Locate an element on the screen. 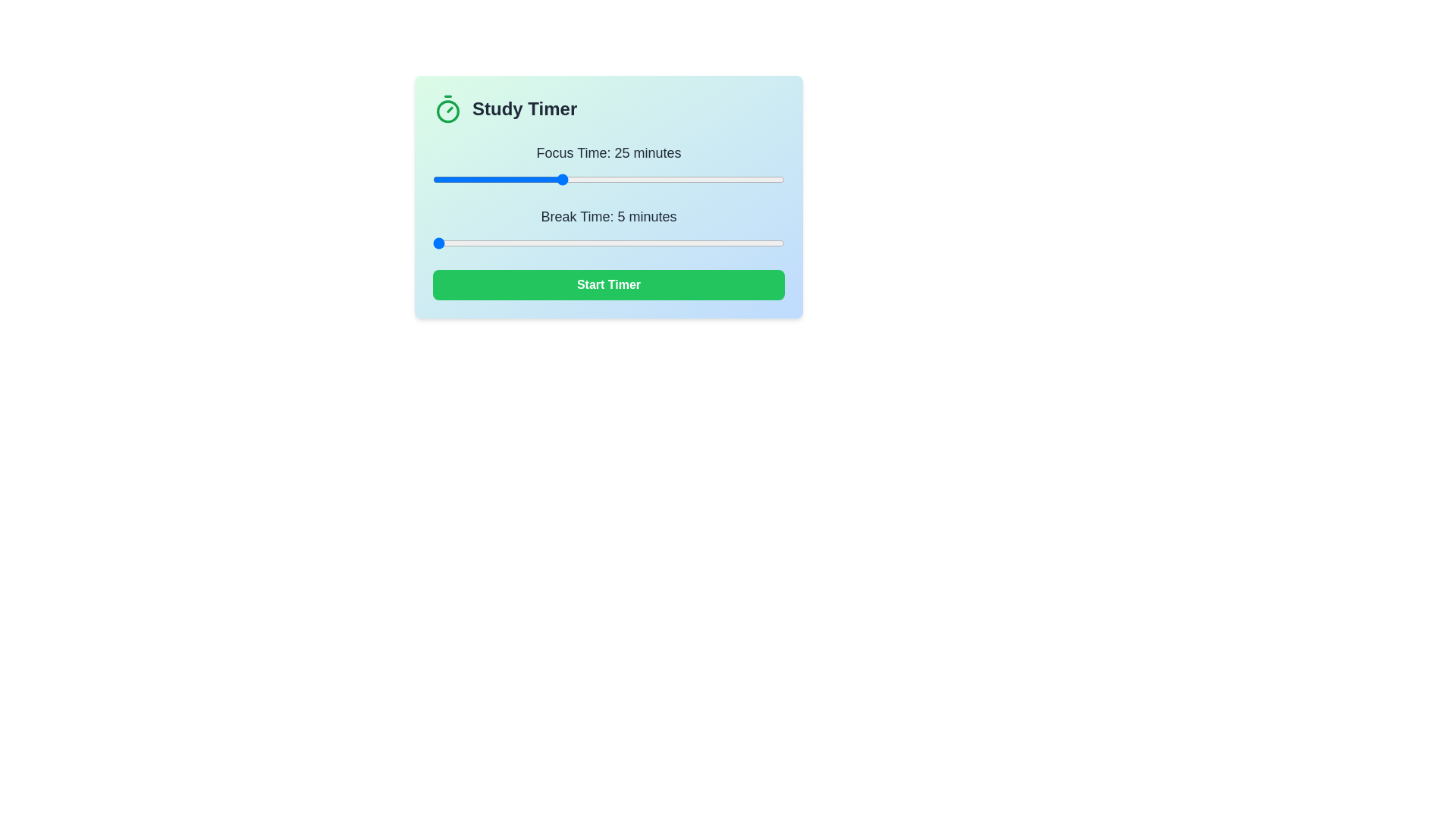  the focus time slider to set the duration to 30 minutes is located at coordinates (591, 178).